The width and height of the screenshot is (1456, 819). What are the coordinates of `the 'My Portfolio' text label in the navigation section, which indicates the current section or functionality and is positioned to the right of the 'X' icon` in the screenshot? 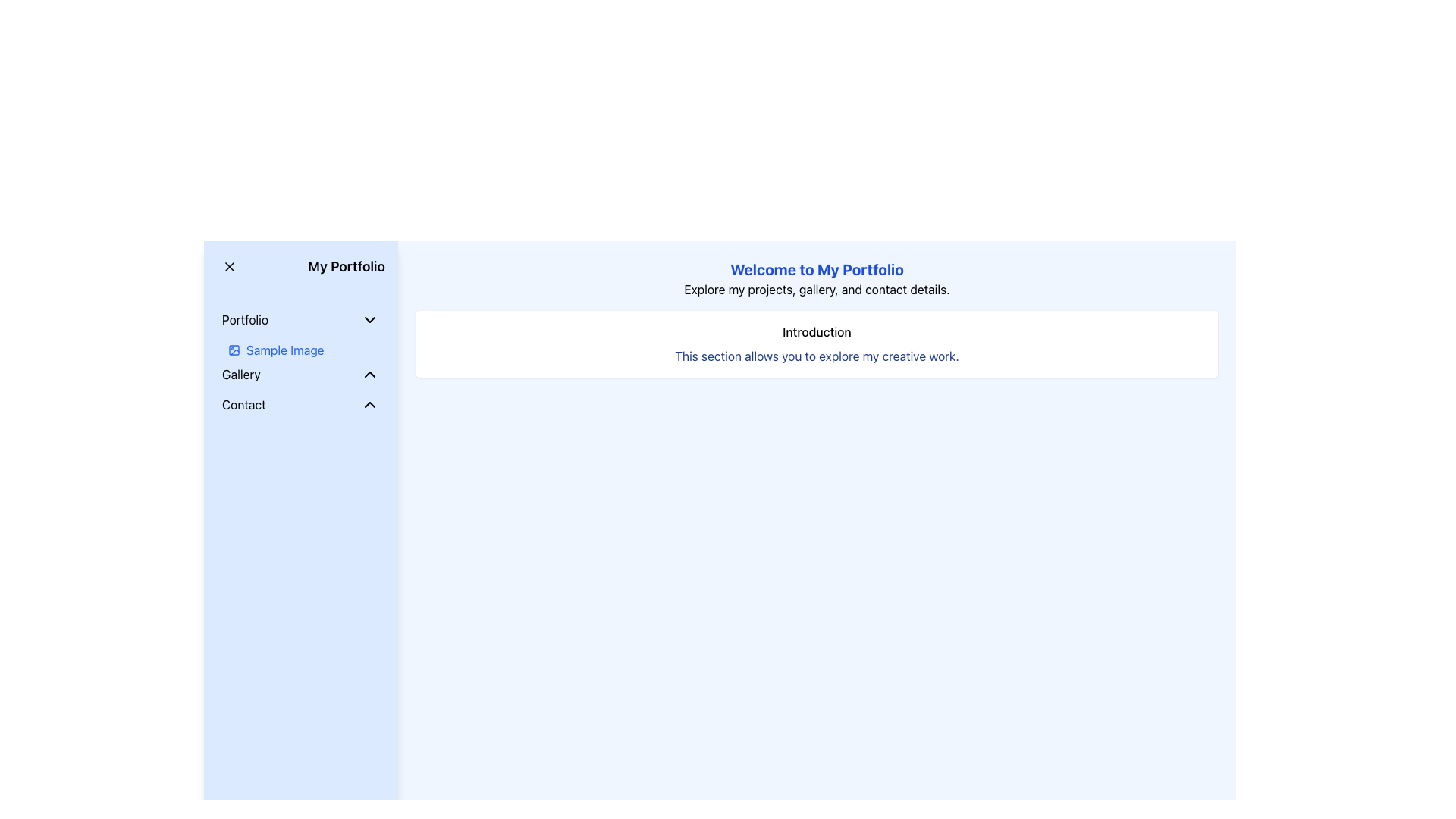 It's located at (346, 265).